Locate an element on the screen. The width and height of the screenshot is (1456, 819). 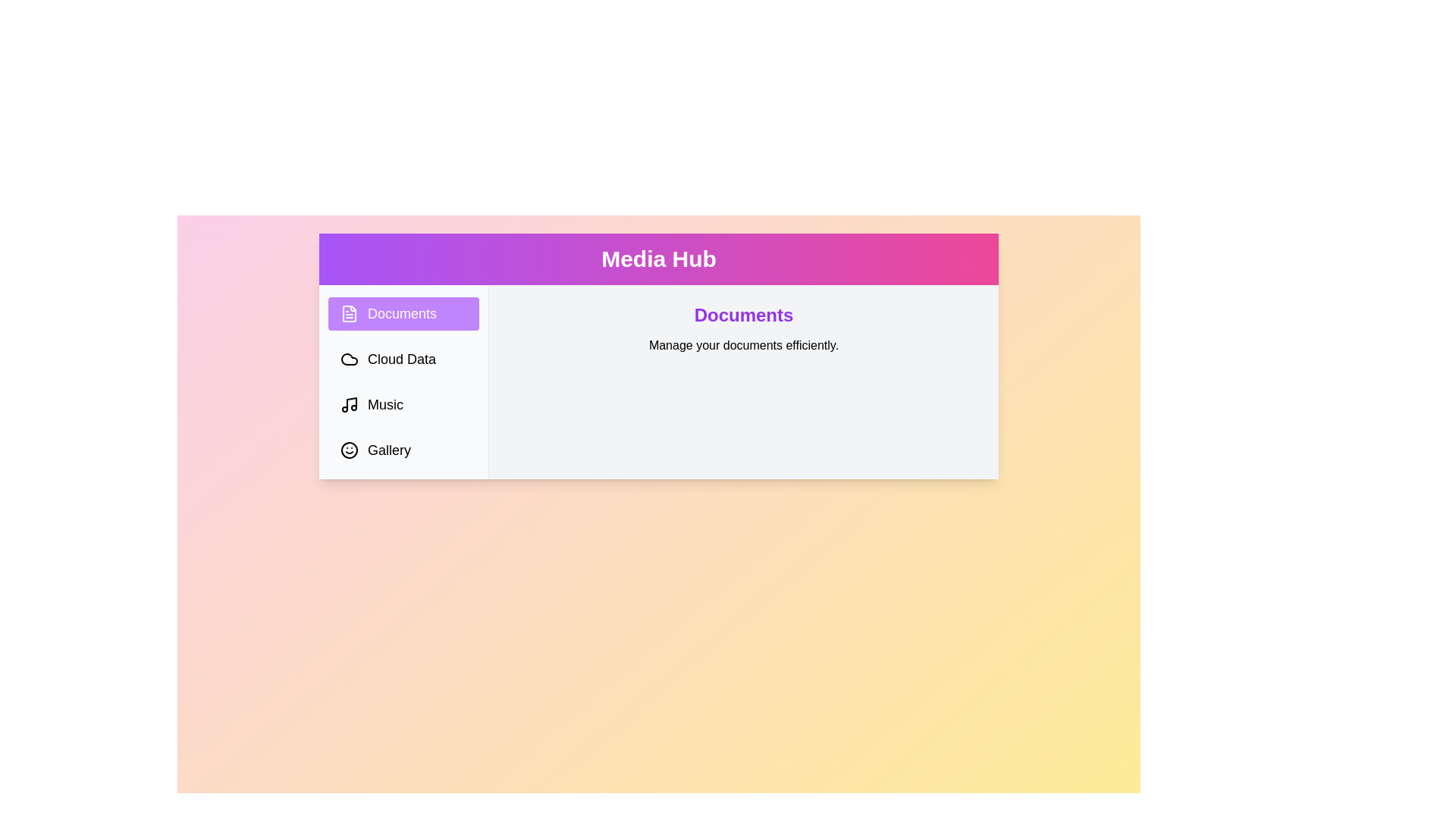
the tab labeled Documents from the sidebar is located at coordinates (403, 312).